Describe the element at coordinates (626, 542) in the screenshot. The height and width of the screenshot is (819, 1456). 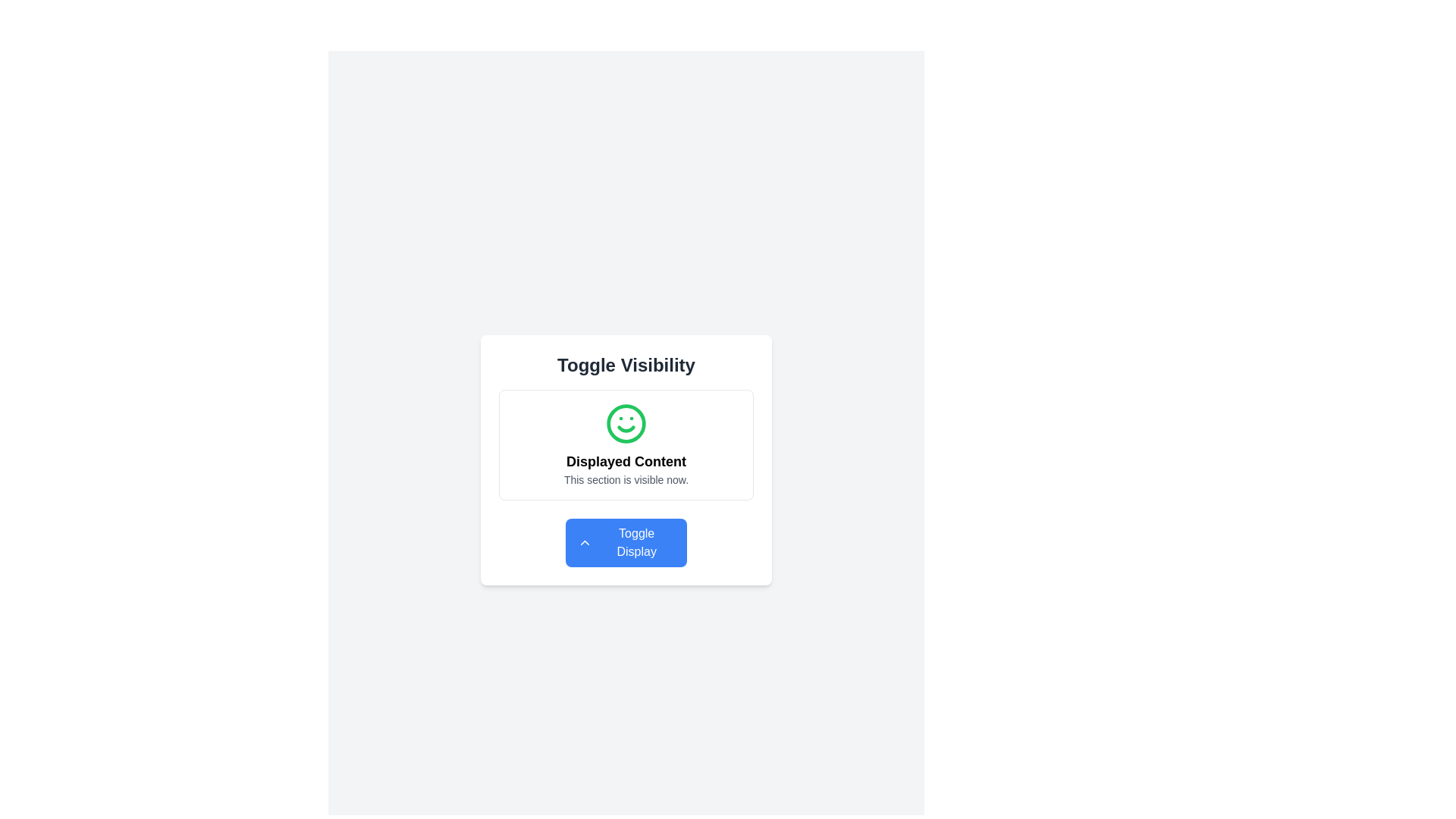
I see `the toggle button located at the bottom of the layout to change the visibility of the content section above it` at that location.